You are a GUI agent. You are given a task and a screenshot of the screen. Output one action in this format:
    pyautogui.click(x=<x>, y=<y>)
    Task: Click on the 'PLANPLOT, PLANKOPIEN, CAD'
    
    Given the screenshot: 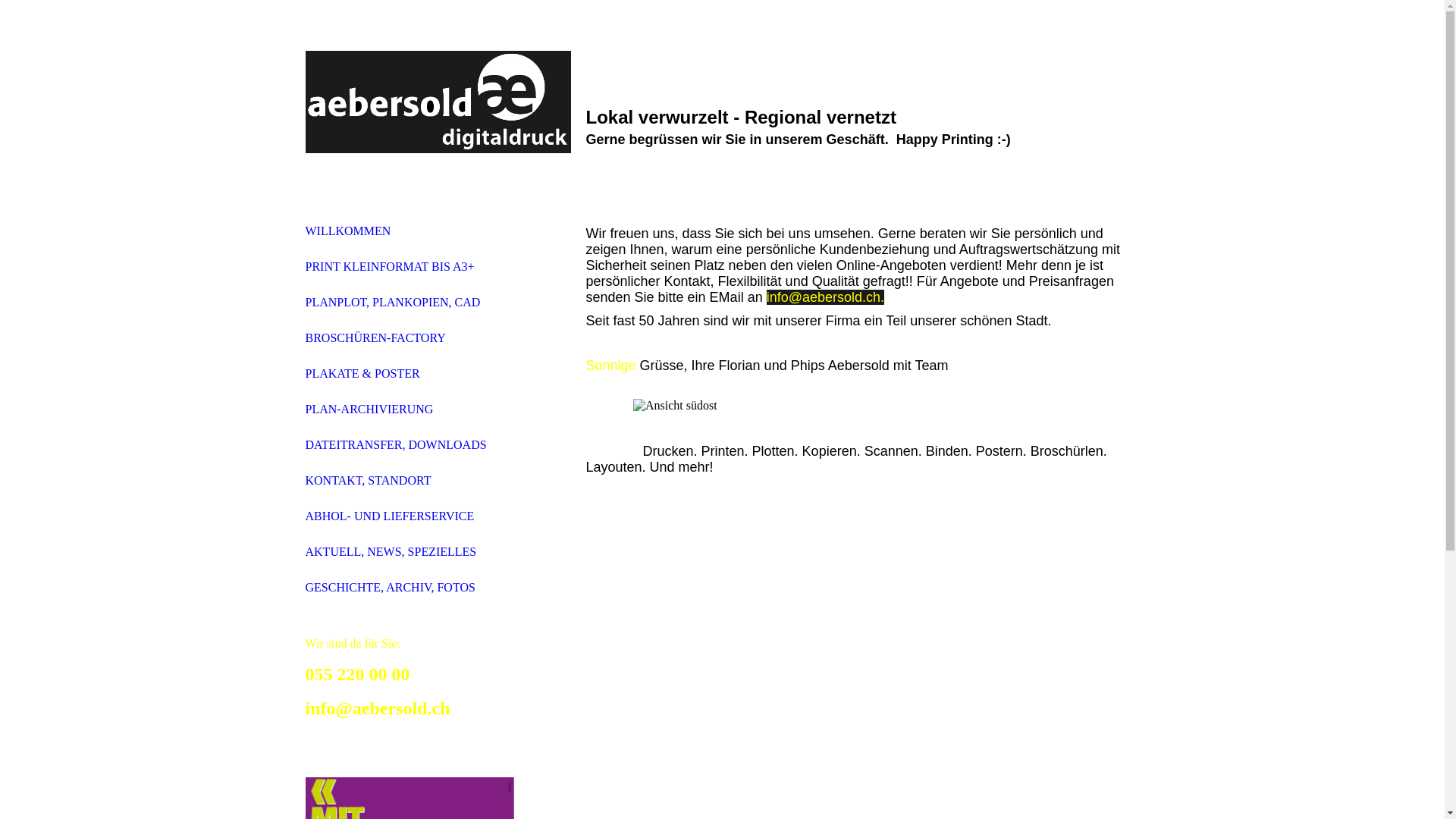 What is the action you would take?
    pyautogui.click(x=392, y=302)
    